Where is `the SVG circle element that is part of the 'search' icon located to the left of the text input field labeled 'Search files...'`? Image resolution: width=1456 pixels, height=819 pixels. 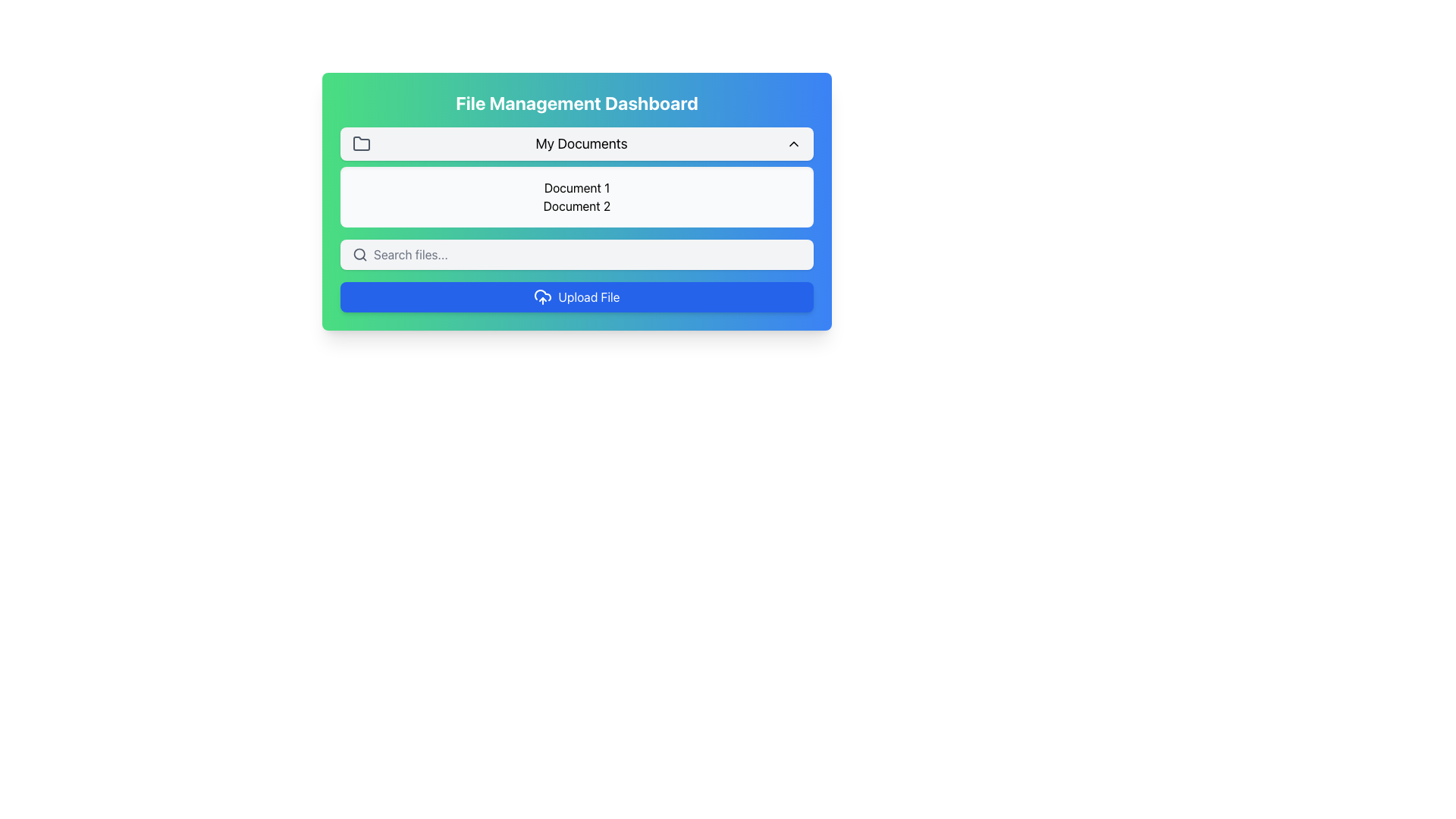
the SVG circle element that is part of the 'search' icon located to the left of the text input field labeled 'Search files...' is located at coordinates (359, 253).